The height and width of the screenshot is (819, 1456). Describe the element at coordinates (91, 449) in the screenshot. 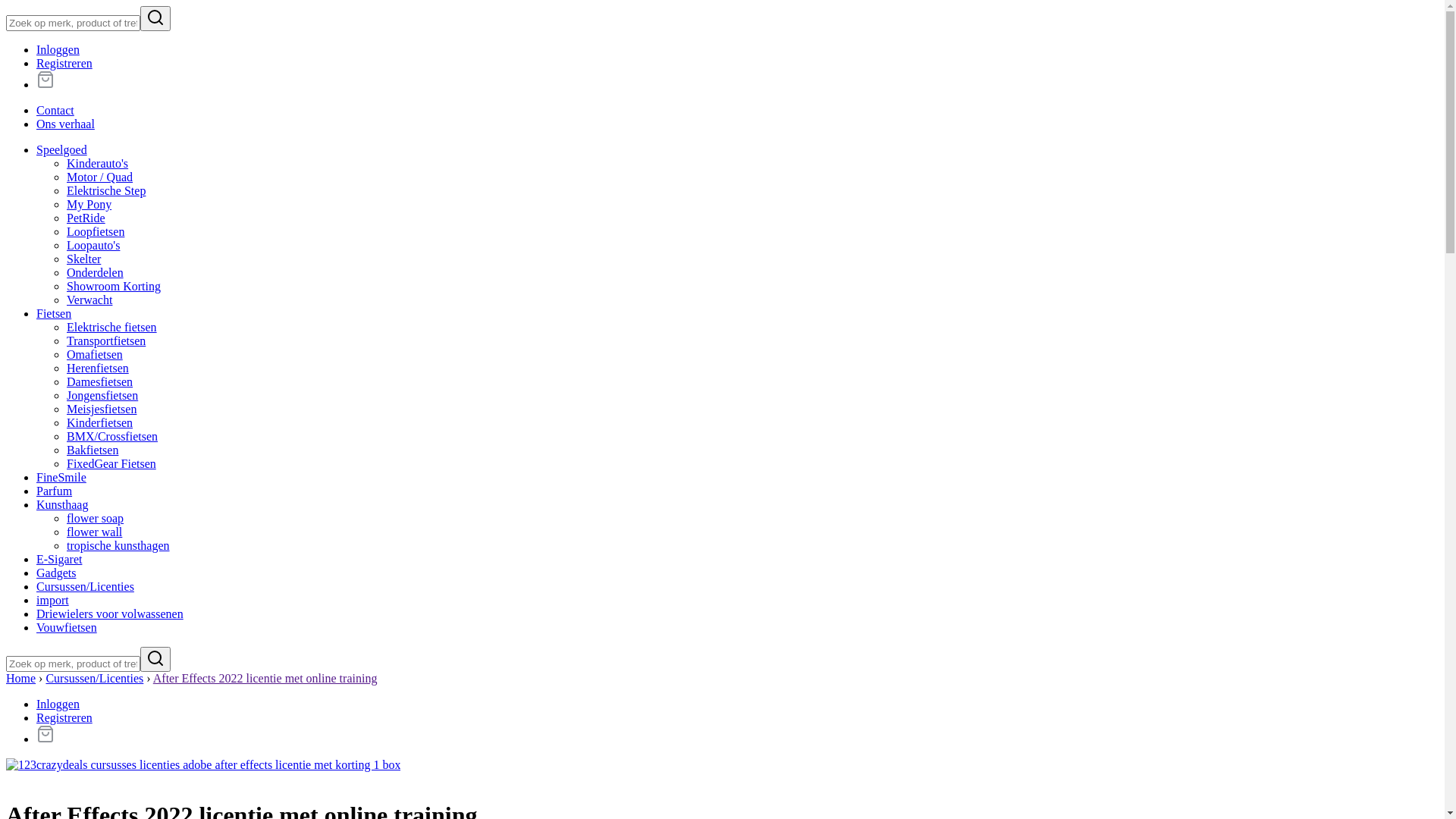

I see `'Bakfietsen'` at that location.